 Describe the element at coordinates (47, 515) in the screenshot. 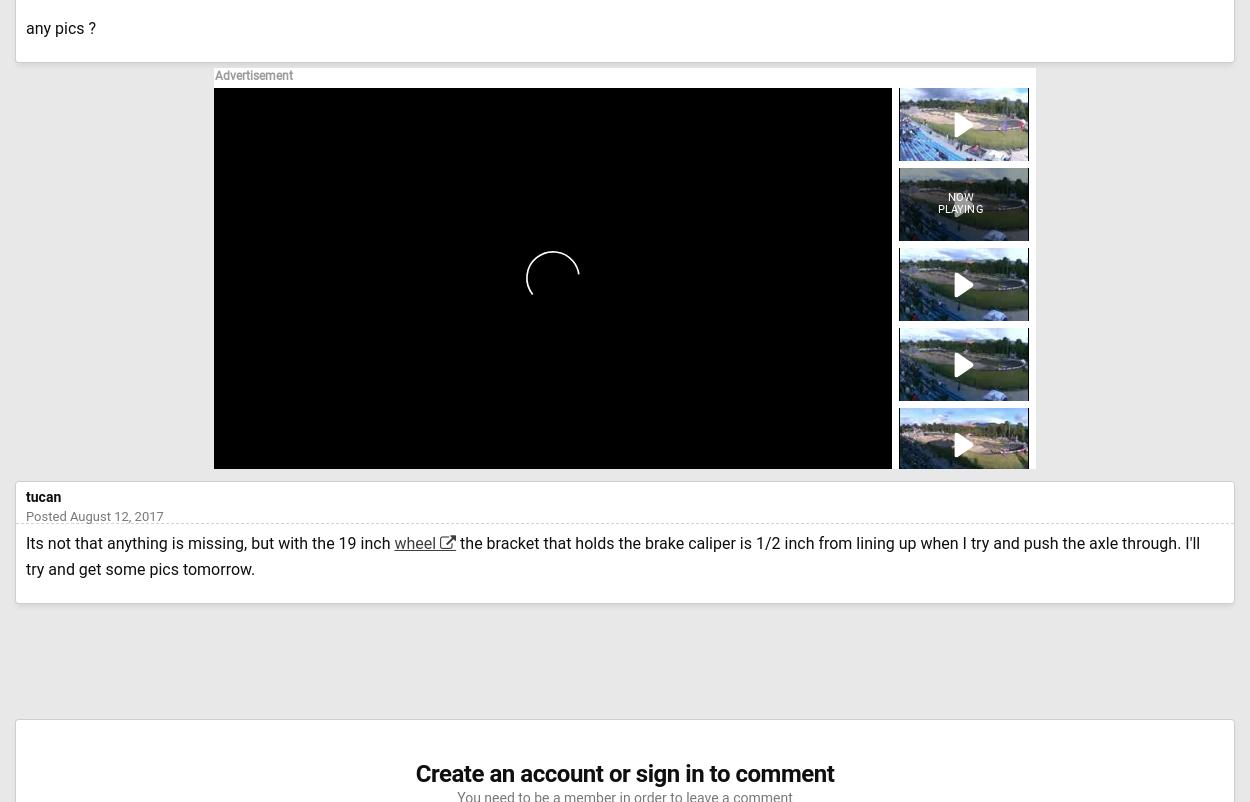

I see `'Posted'` at that location.